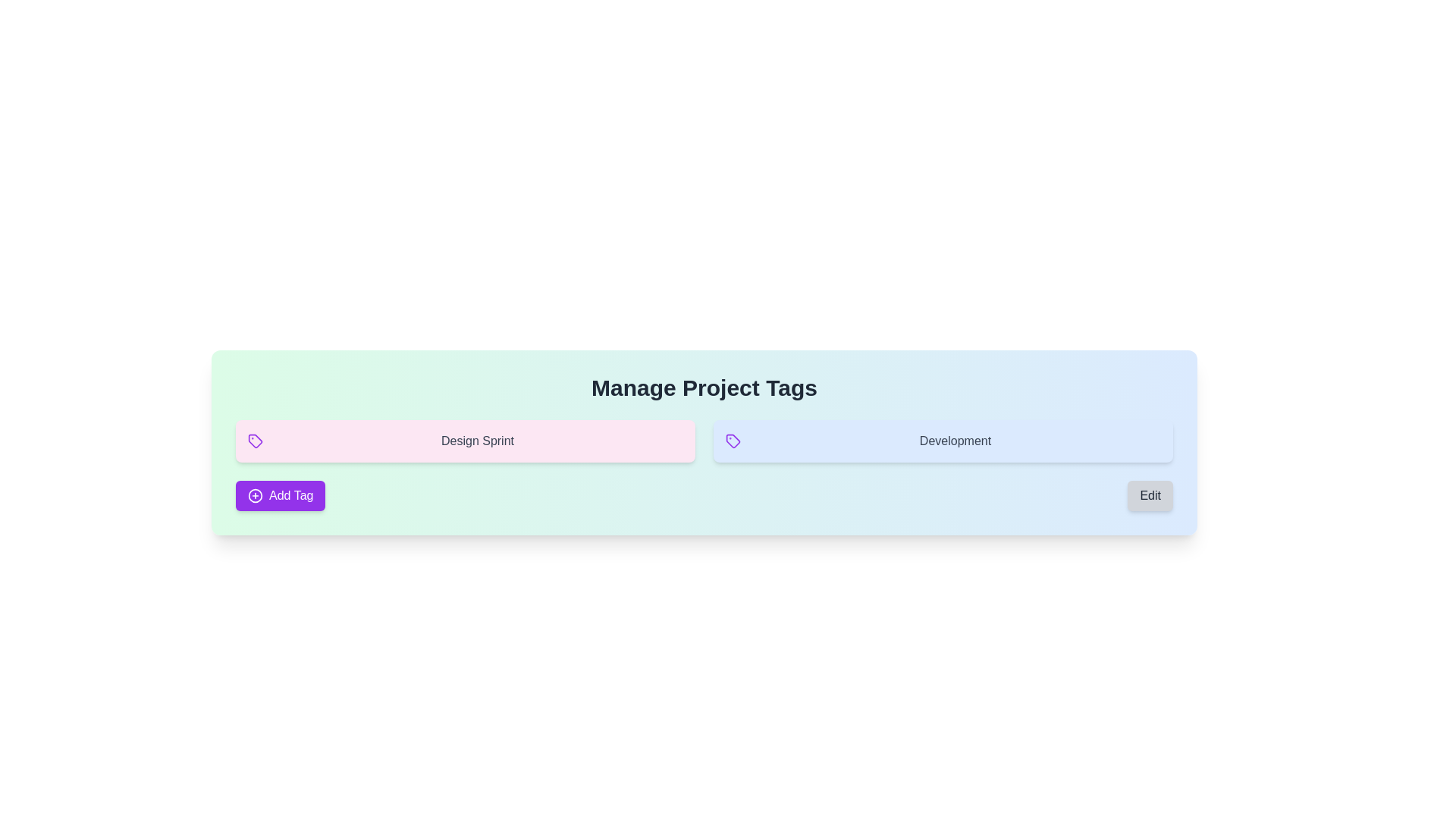  What do you see at coordinates (733, 441) in the screenshot?
I see `the small tag icon with a purple outline, located to the left of the text 'Development', to associate it with the related text` at bounding box center [733, 441].